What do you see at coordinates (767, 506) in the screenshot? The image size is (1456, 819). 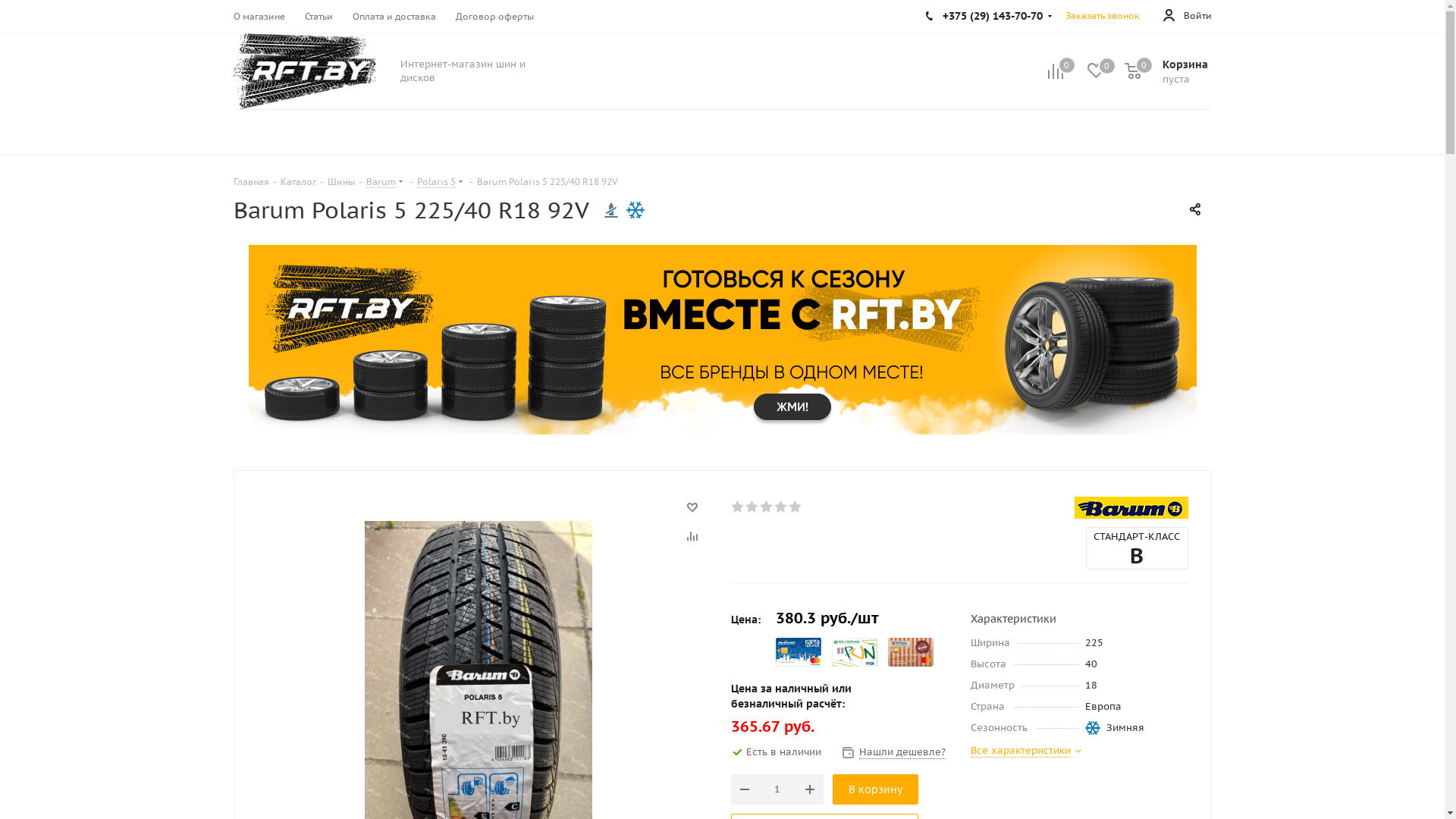 I see `'3'` at bounding box center [767, 506].